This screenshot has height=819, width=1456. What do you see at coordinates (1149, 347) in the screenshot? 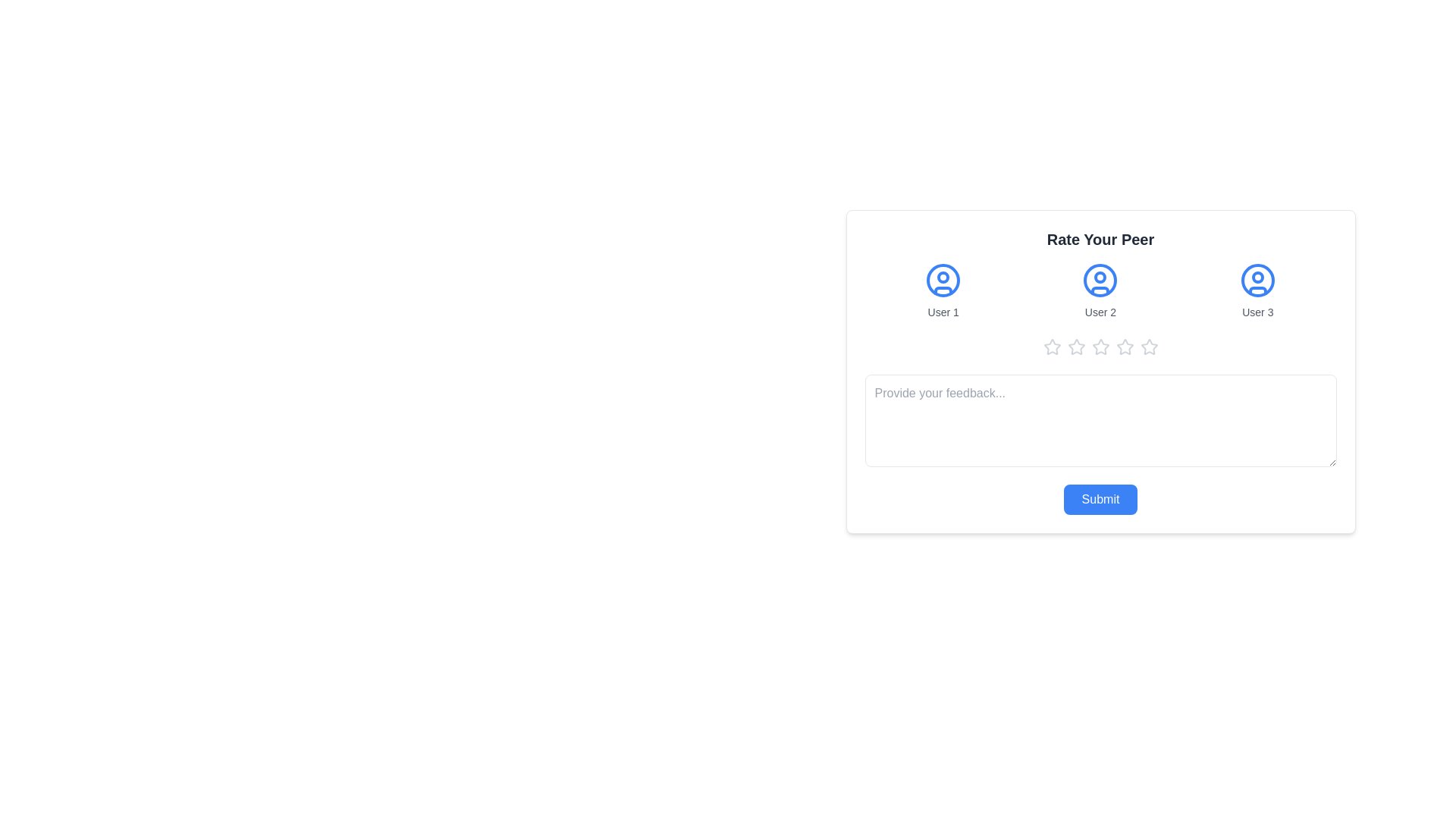
I see `the star corresponding to 5 to set the rating` at bounding box center [1149, 347].